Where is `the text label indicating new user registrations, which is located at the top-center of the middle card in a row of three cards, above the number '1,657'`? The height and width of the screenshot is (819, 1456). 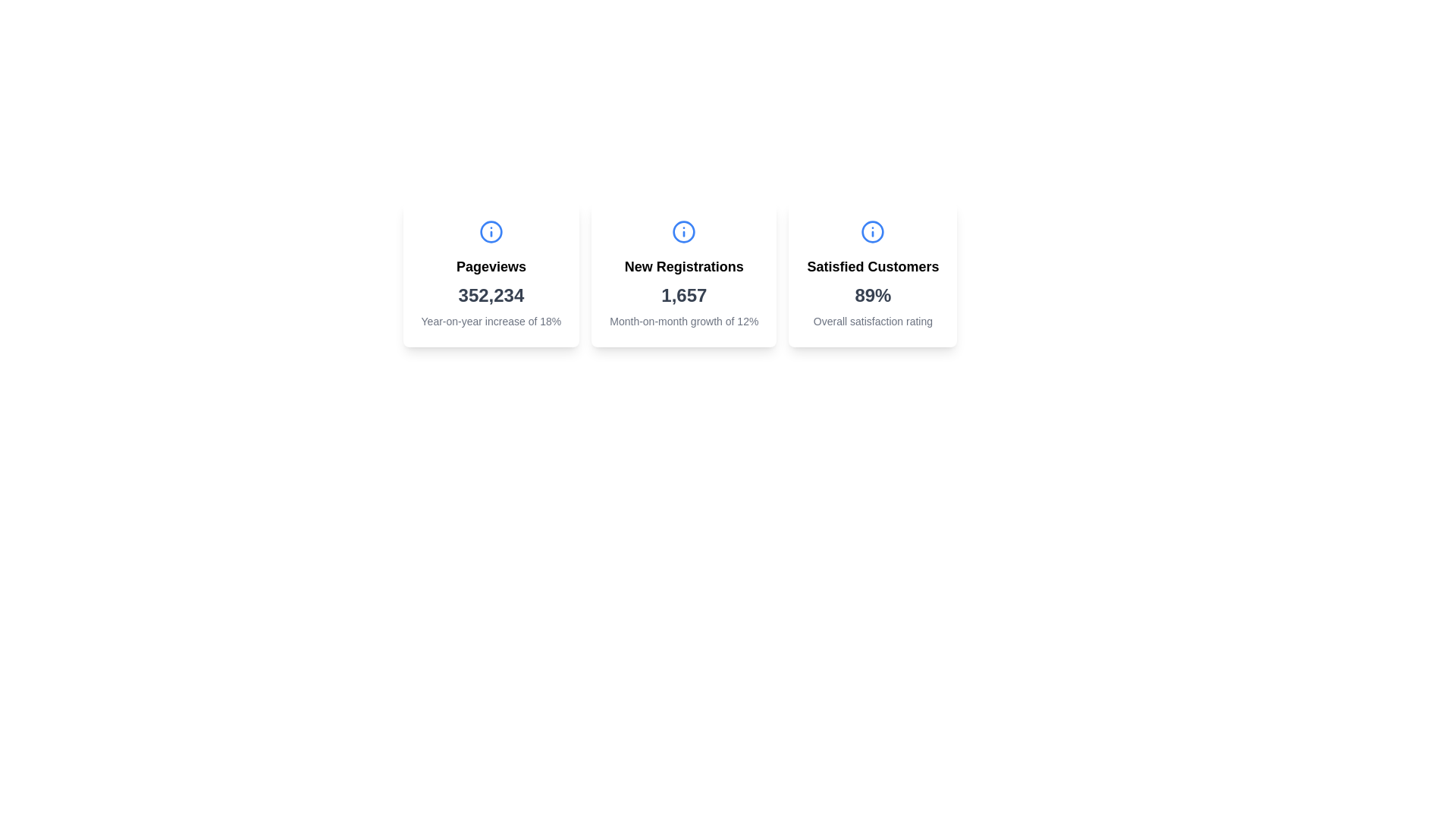 the text label indicating new user registrations, which is located at the top-center of the middle card in a row of three cards, above the number '1,657' is located at coordinates (683, 265).